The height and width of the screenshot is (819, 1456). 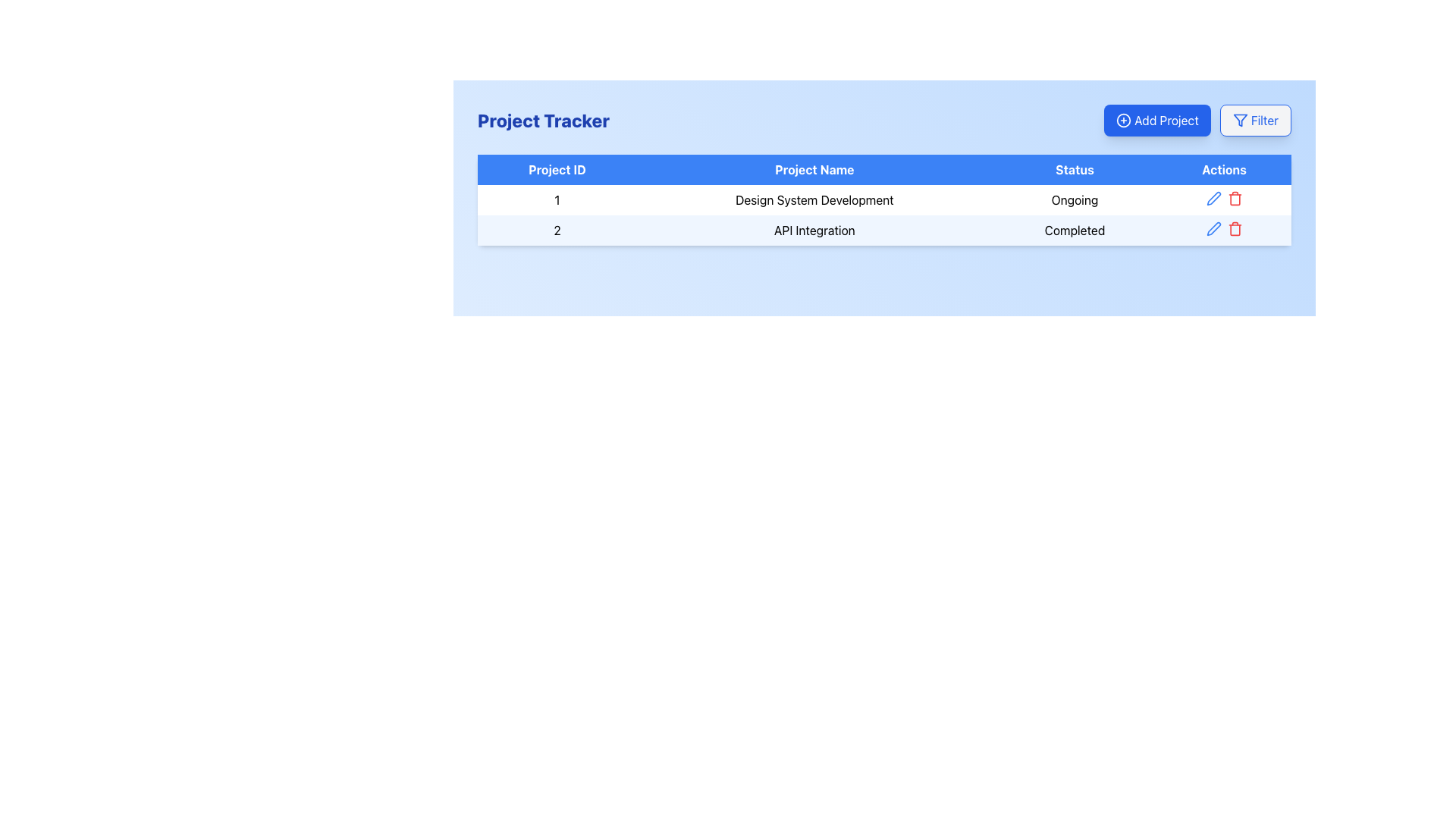 I want to click on the 'Add Project' button, which has a blue background, white text, and is located to the left of the 'Filter' button in the upper-right corner of the header group, so click(x=1197, y=119).